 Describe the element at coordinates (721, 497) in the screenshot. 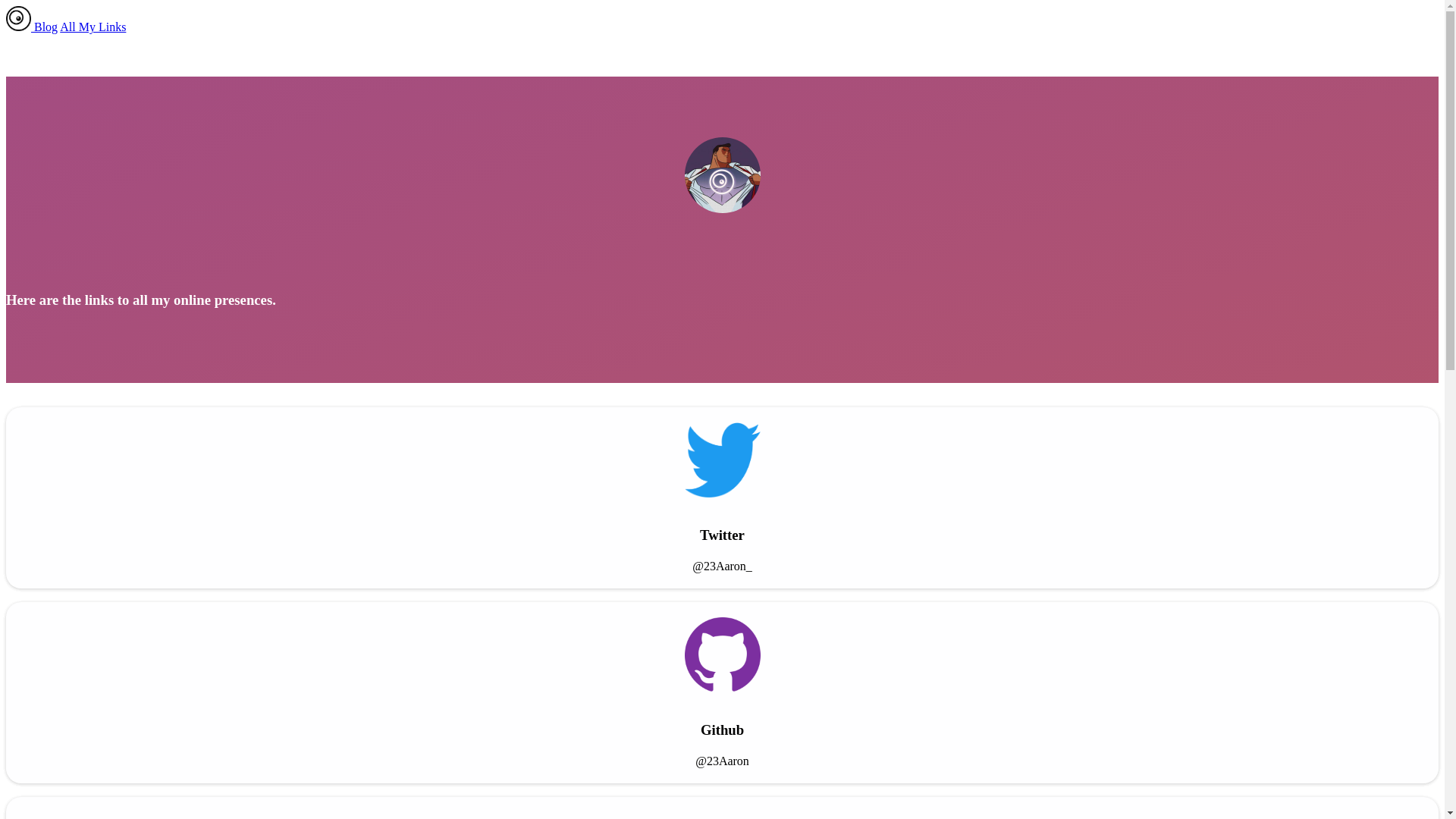

I see `'Twitter` at that location.